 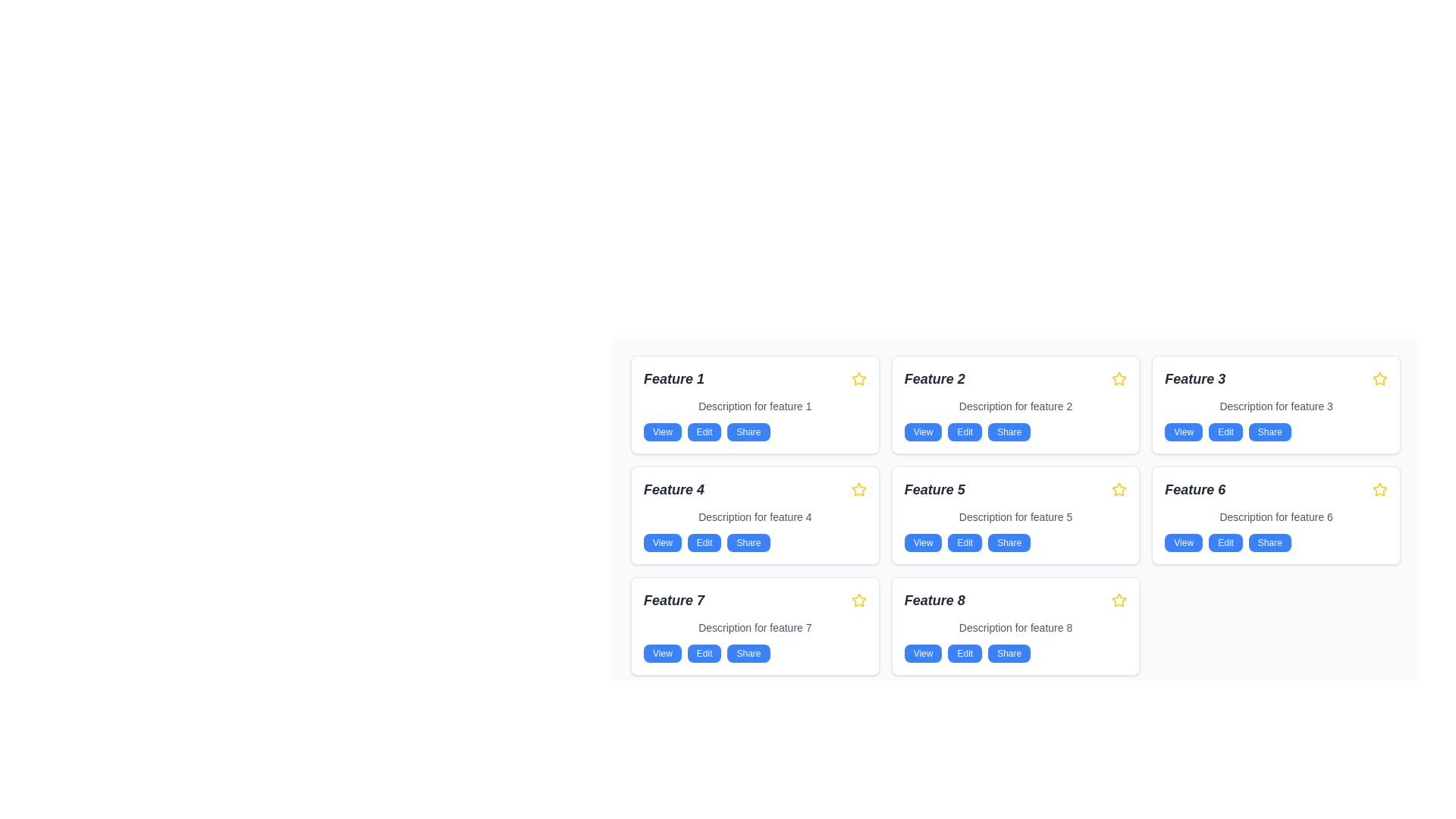 What do you see at coordinates (673, 489) in the screenshot?
I see `the text label reading 'Feature 4', which is styled in italicized and bold dark gray font and is located in the second row, first column of the grid layout` at bounding box center [673, 489].